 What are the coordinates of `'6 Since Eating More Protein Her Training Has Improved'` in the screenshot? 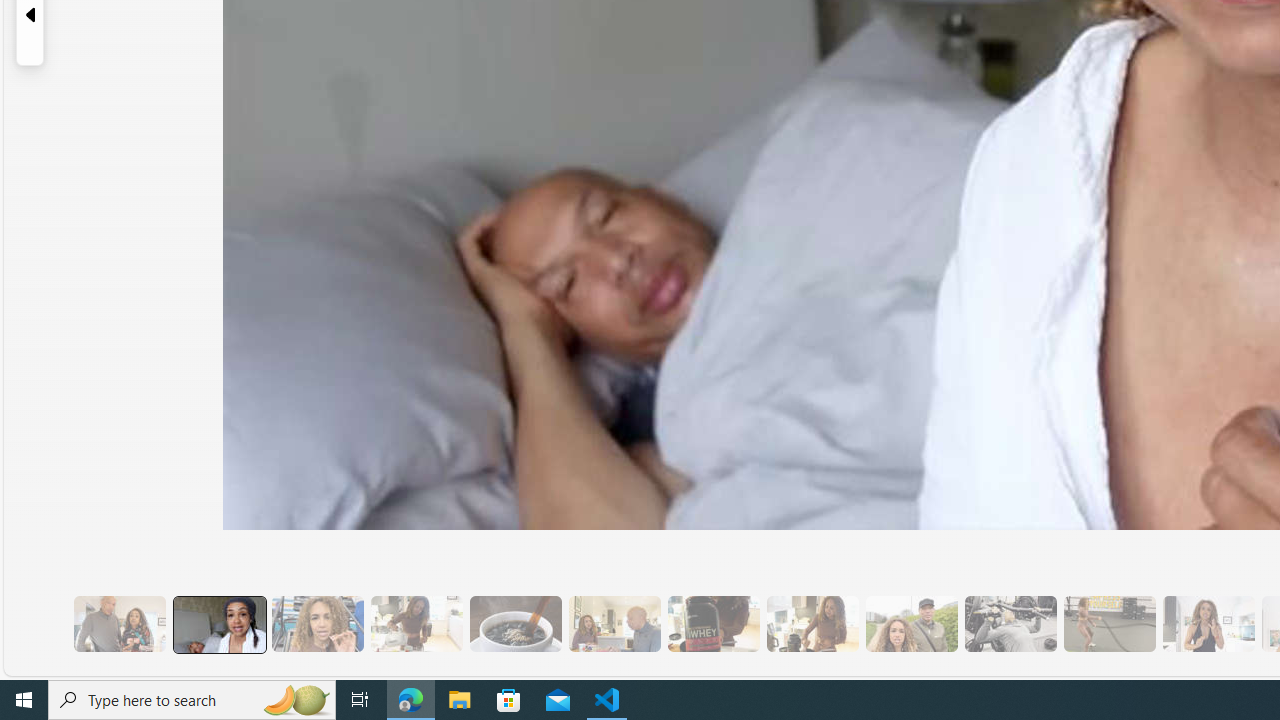 It's located at (713, 623).